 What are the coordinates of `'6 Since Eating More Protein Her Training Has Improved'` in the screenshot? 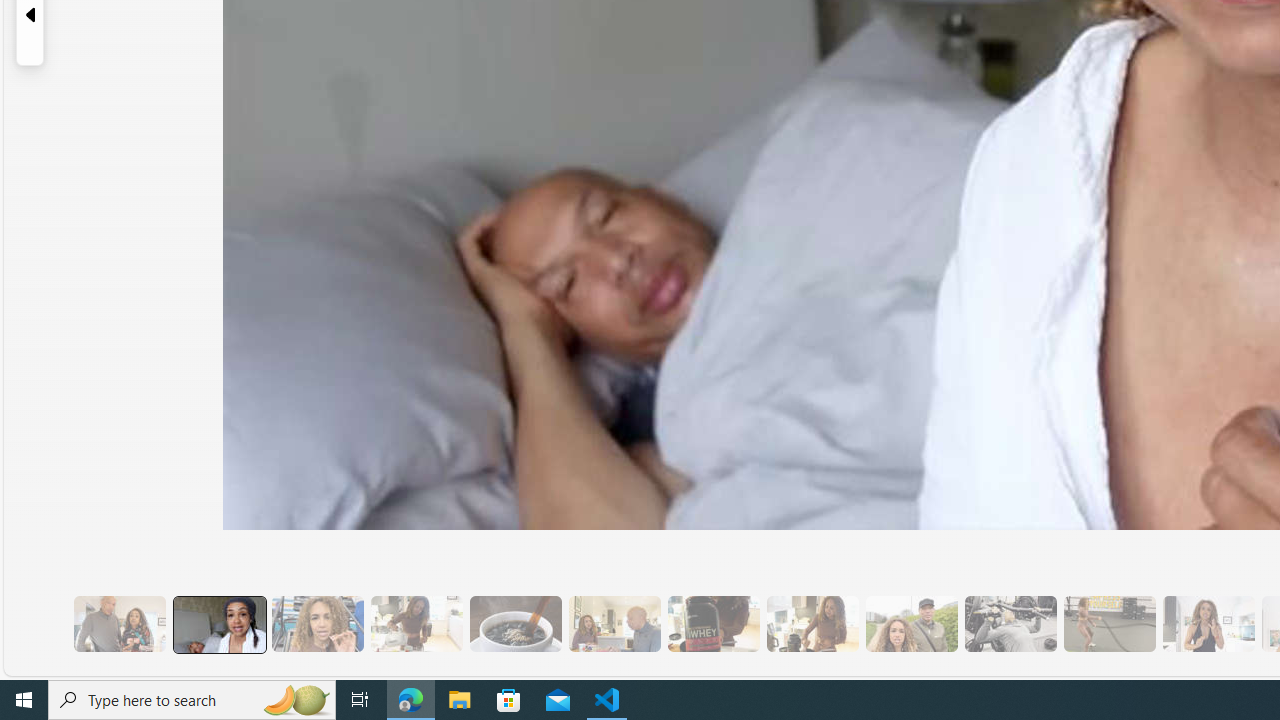 It's located at (713, 623).